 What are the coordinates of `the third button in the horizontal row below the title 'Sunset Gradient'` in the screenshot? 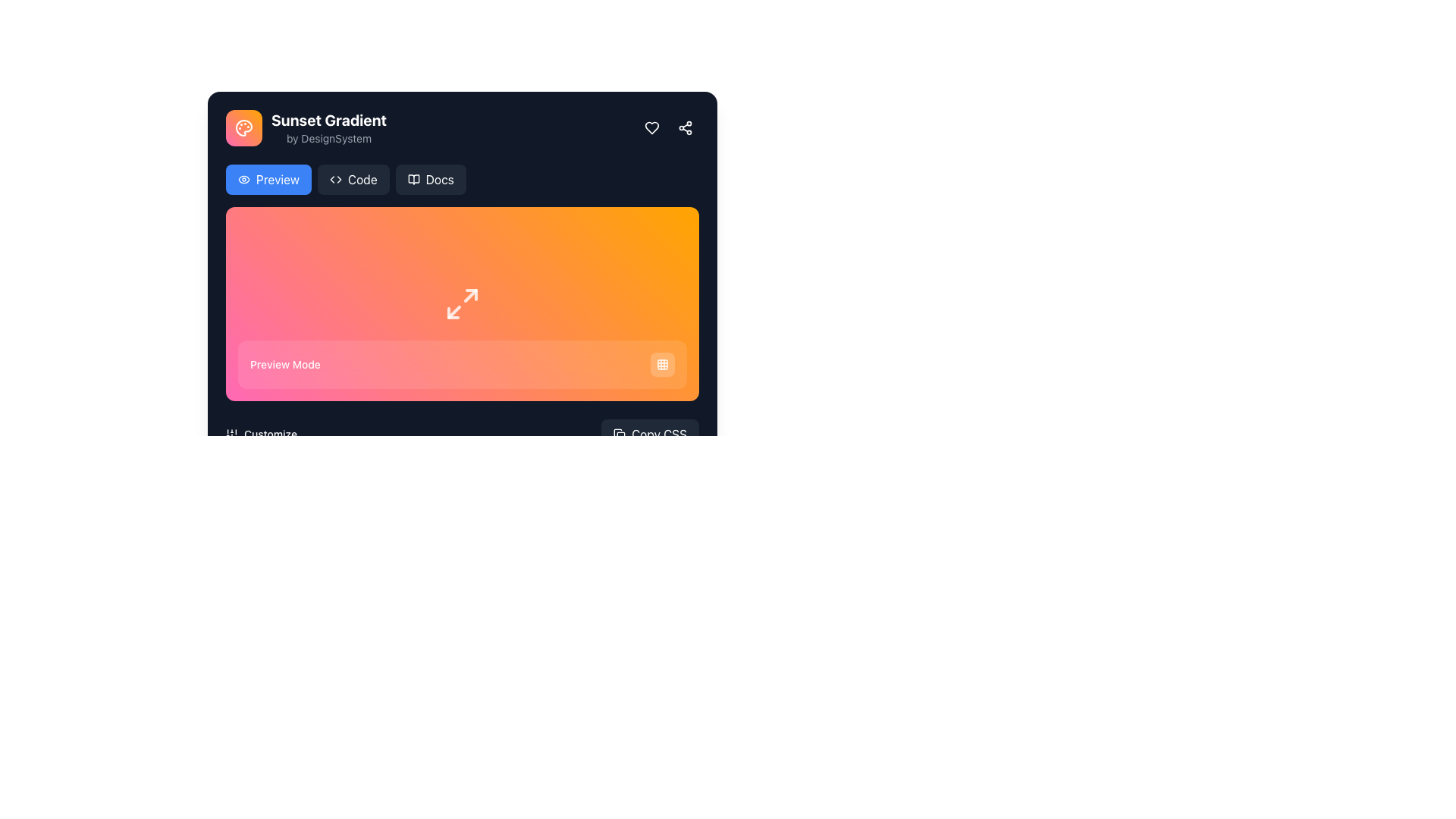 It's located at (430, 178).